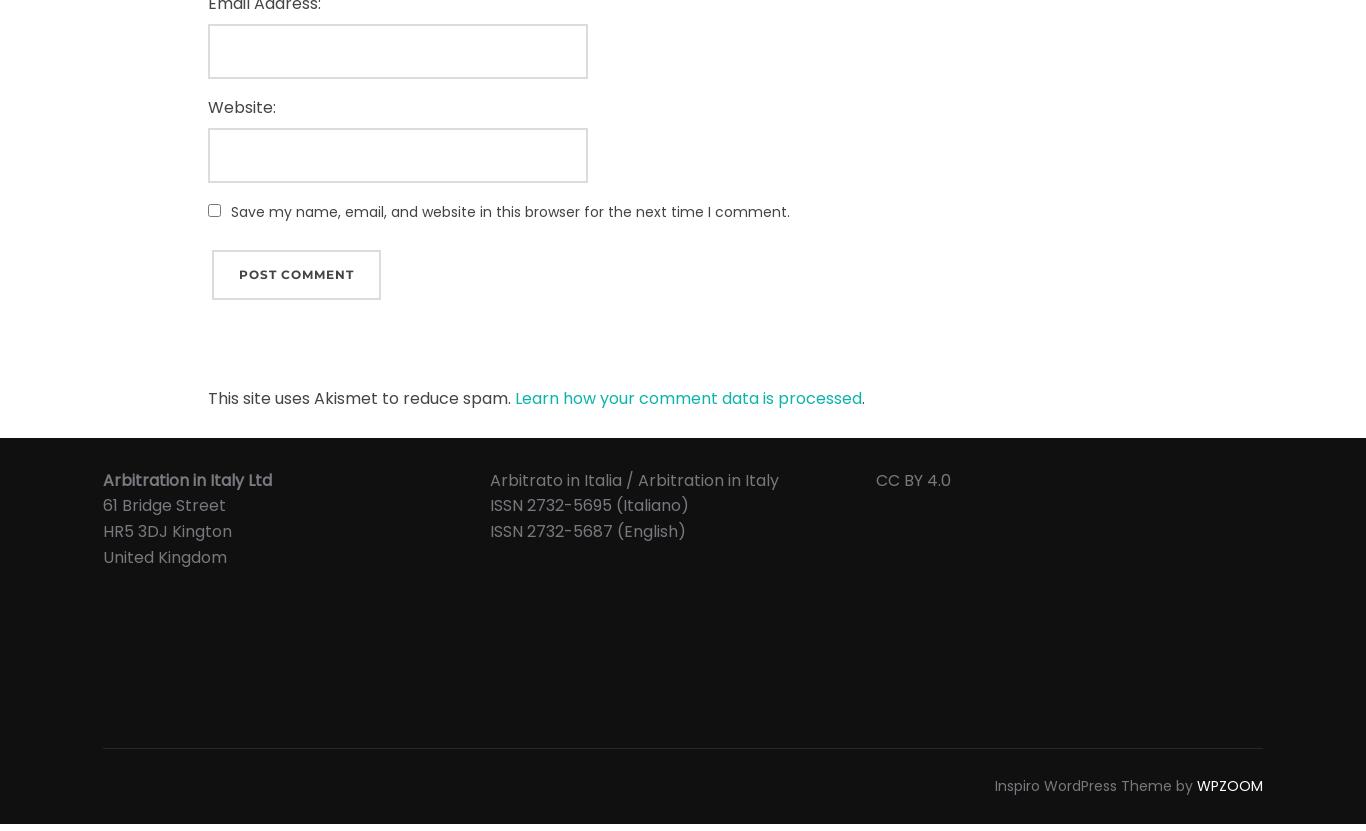  I want to click on 'Arbitrato in Italia / Arbitration in Italy', so click(632, 479).